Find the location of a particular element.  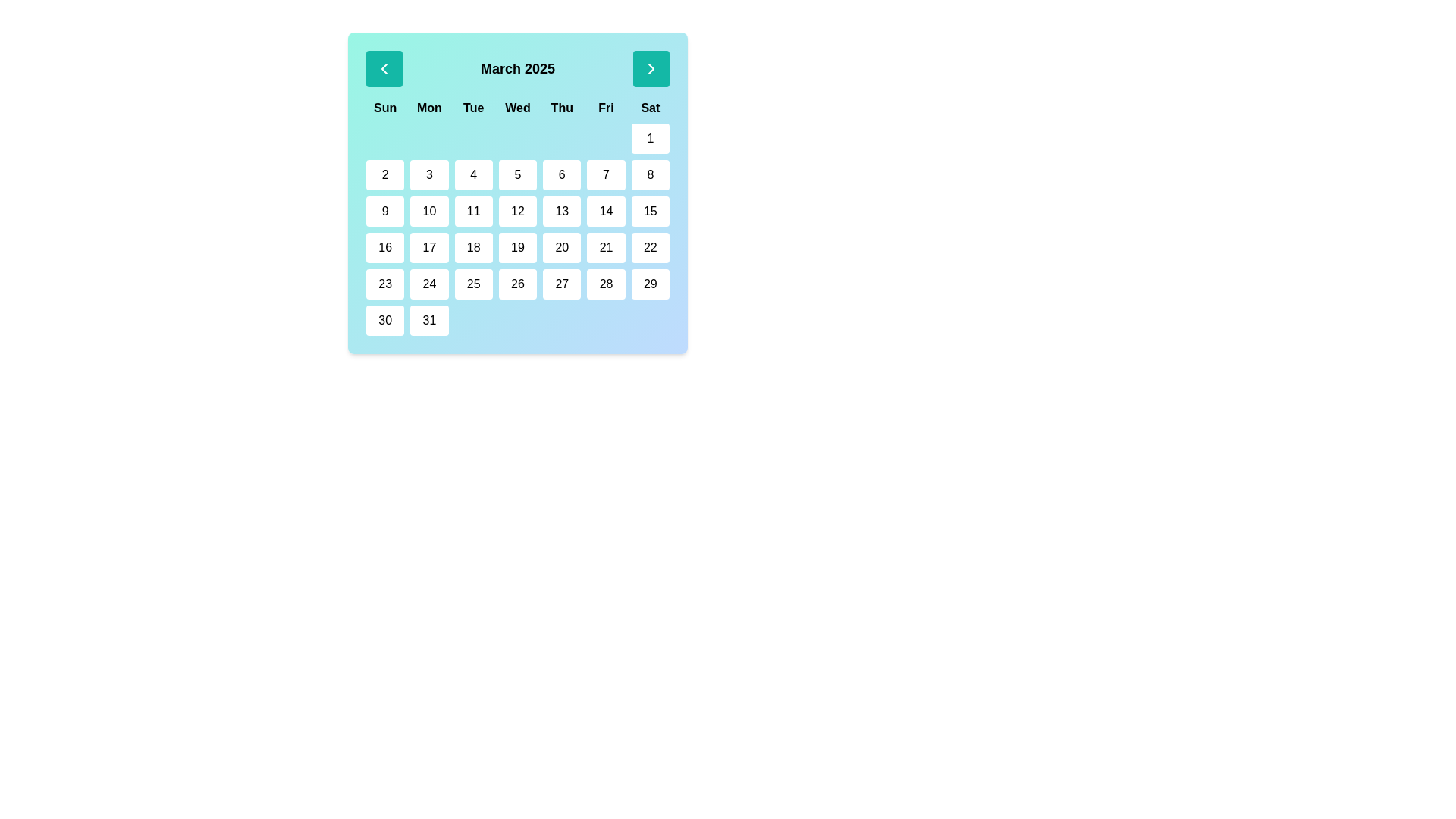

the rounded rectangular button displaying the digit '2' in bold black font is located at coordinates (385, 174).